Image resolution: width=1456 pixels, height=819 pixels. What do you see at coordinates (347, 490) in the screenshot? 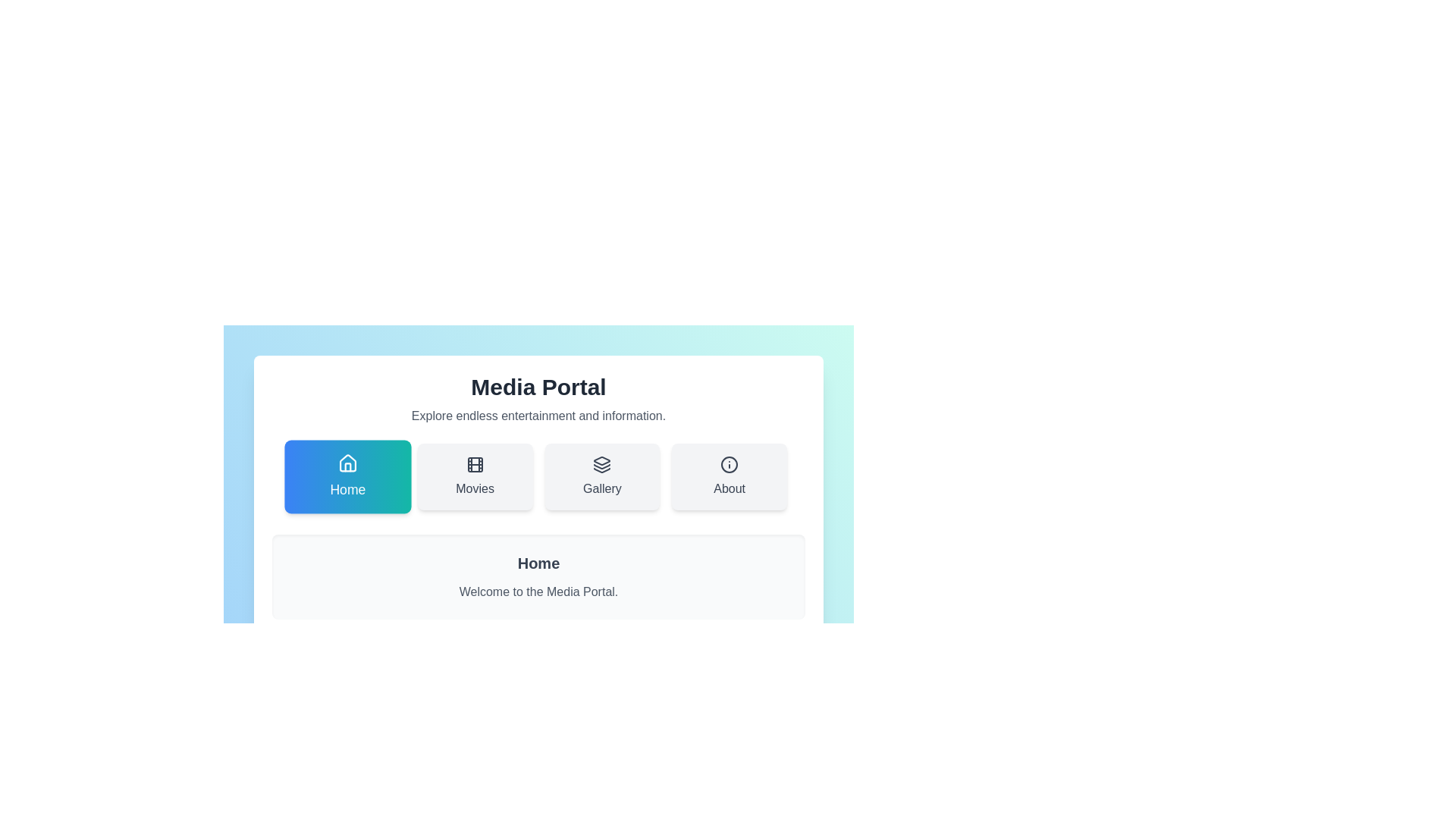
I see `displayed text of the 'Home' label located under the house-shaped icon in the top-left corner of the navigation section` at bounding box center [347, 490].